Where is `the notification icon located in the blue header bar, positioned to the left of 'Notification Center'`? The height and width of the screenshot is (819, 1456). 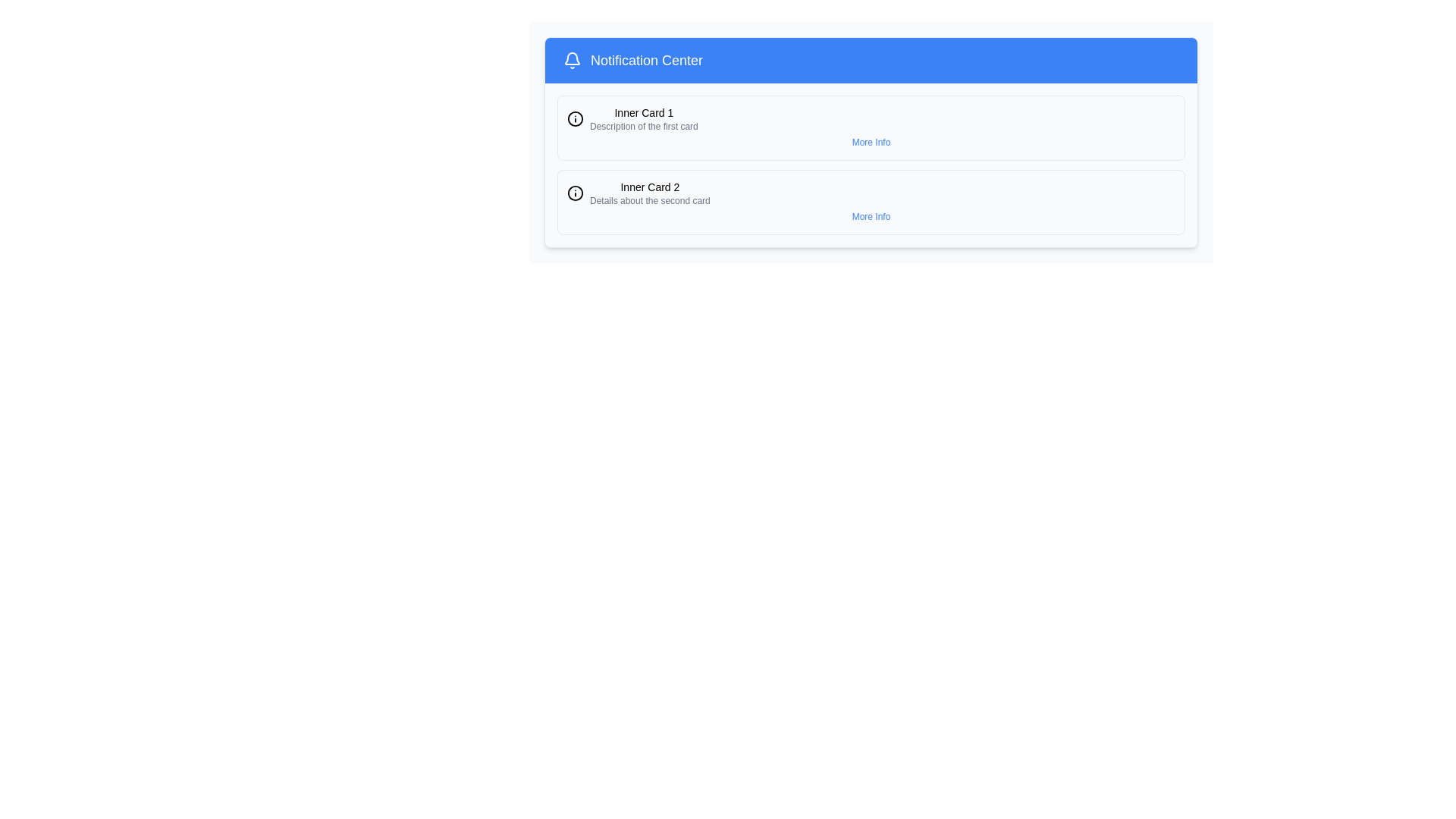
the notification icon located in the blue header bar, positioned to the left of 'Notification Center' is located at coordinates (571, 60).